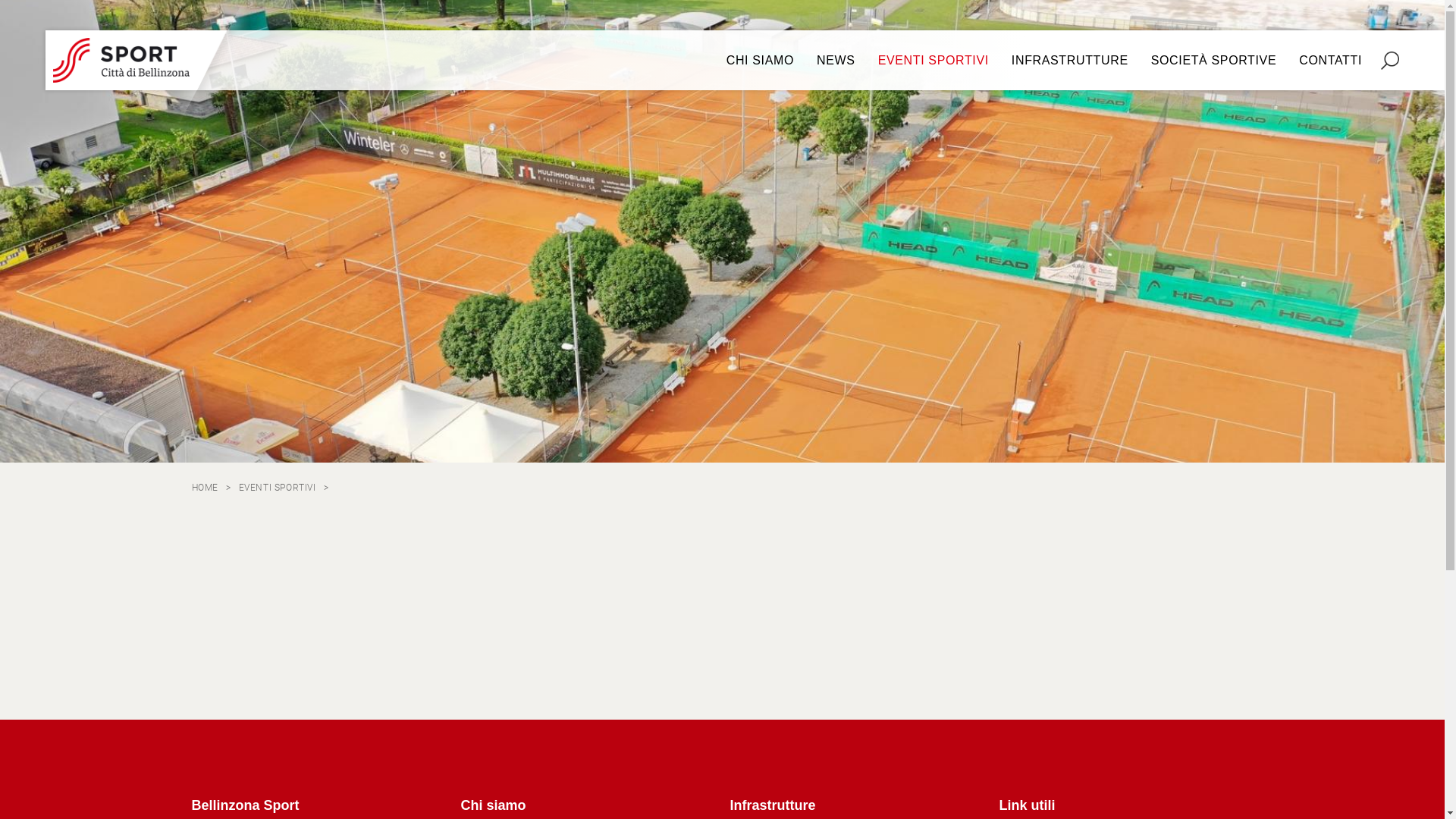 The image size is (1456, 819). I want to click on 'CONTATTI', so click(1287, 59).